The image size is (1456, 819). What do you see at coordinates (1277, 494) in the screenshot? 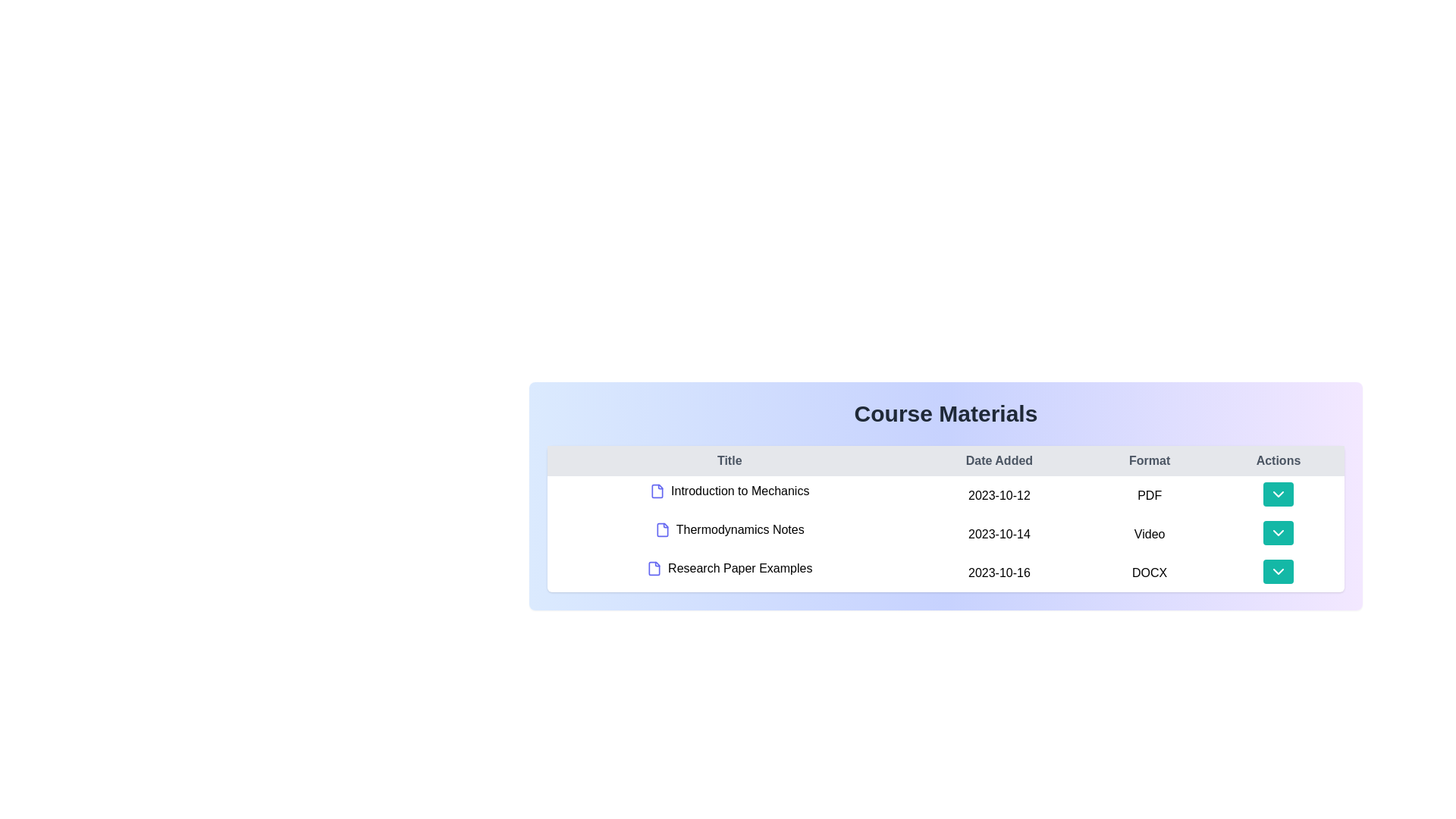
I see `the teal button with a downward-pointing chevron icon in the 'Actions' column of the table for the 'Introduction to Mechanics' item` at bounding box center [1277, 494].